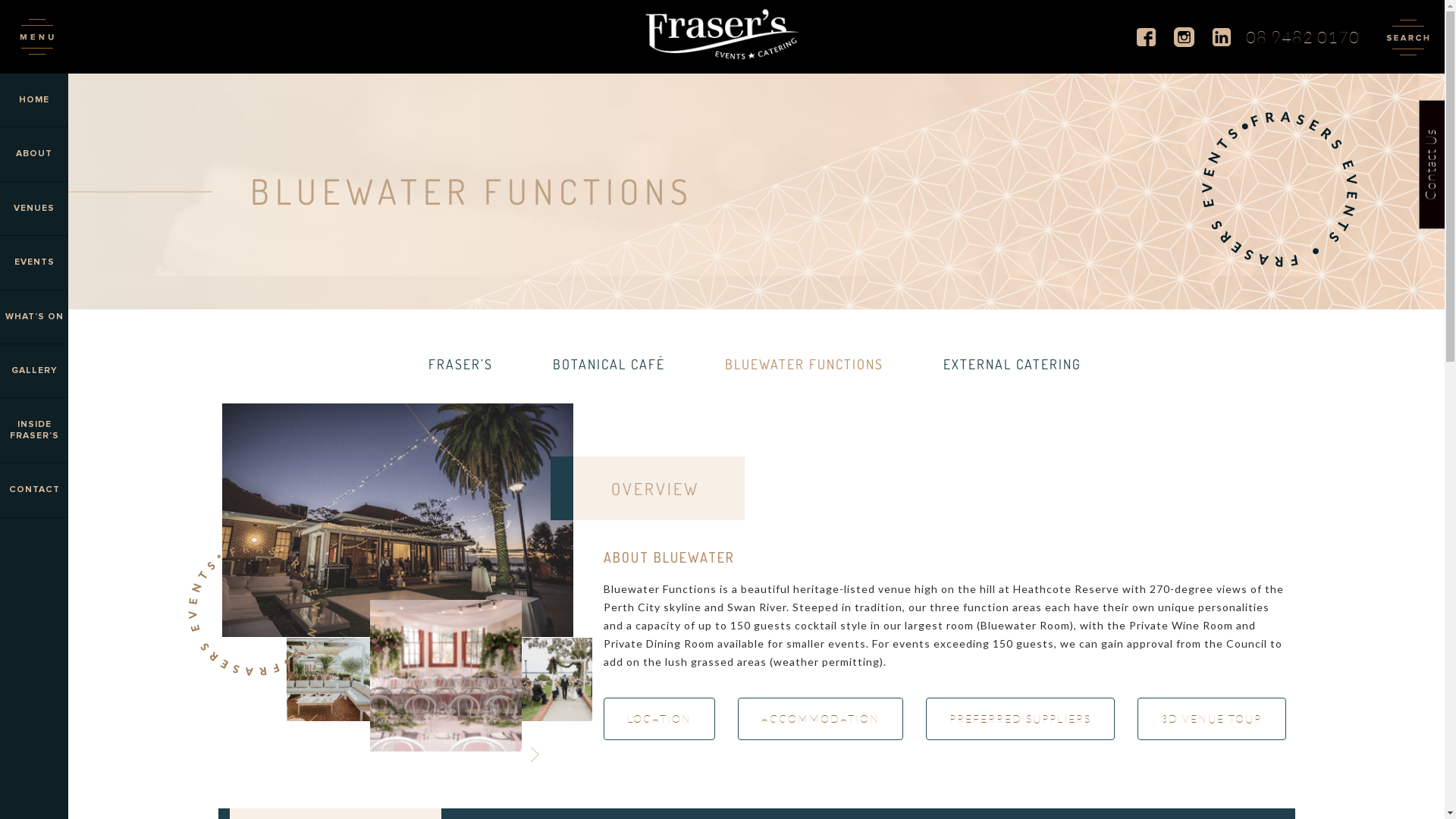  I want to click on 'ABOUT', so click(0, 154).